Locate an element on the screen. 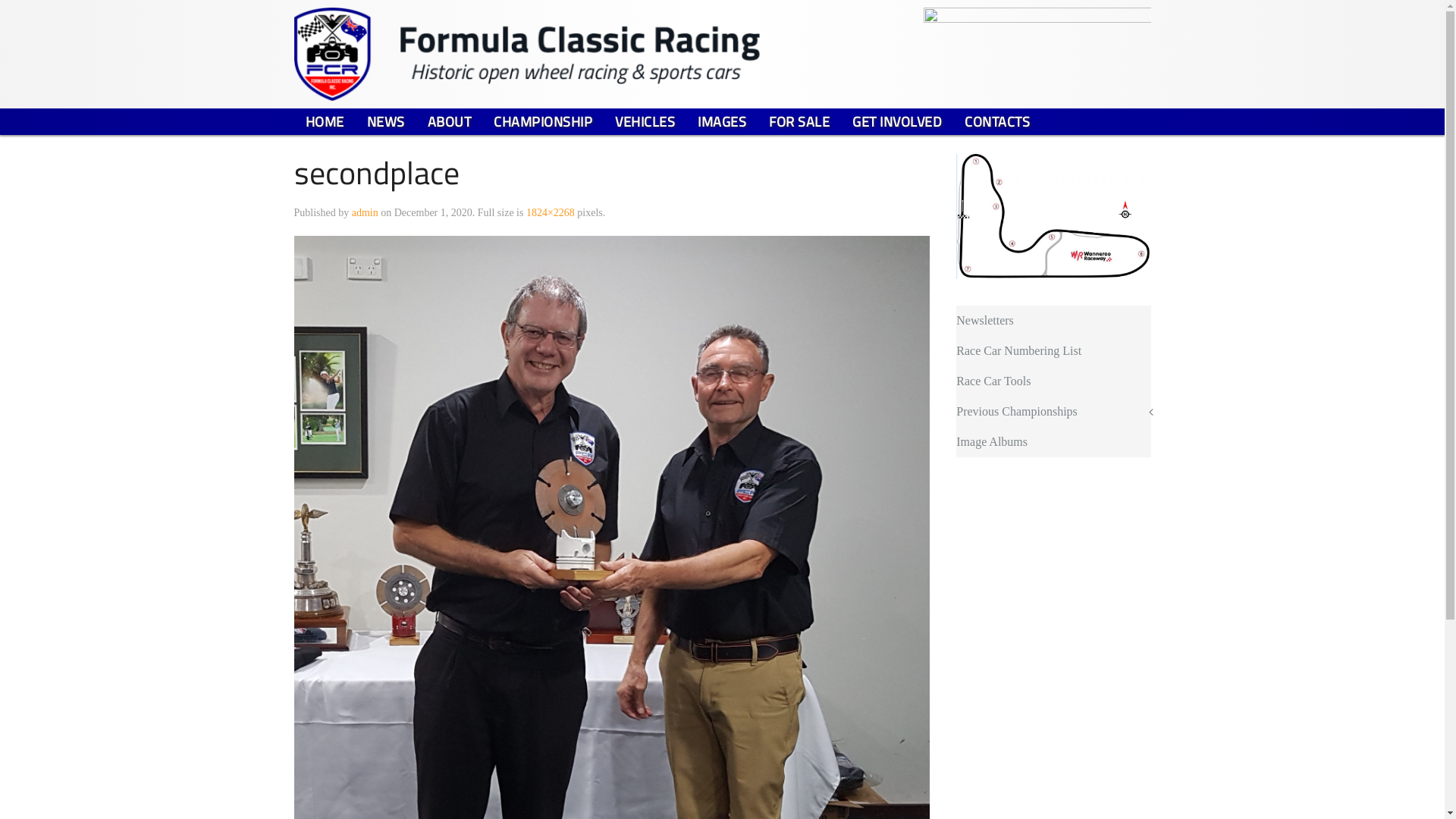 This screenshot has width=1456, height=819. 'ABOUT' is located at coordinates (447, 121).